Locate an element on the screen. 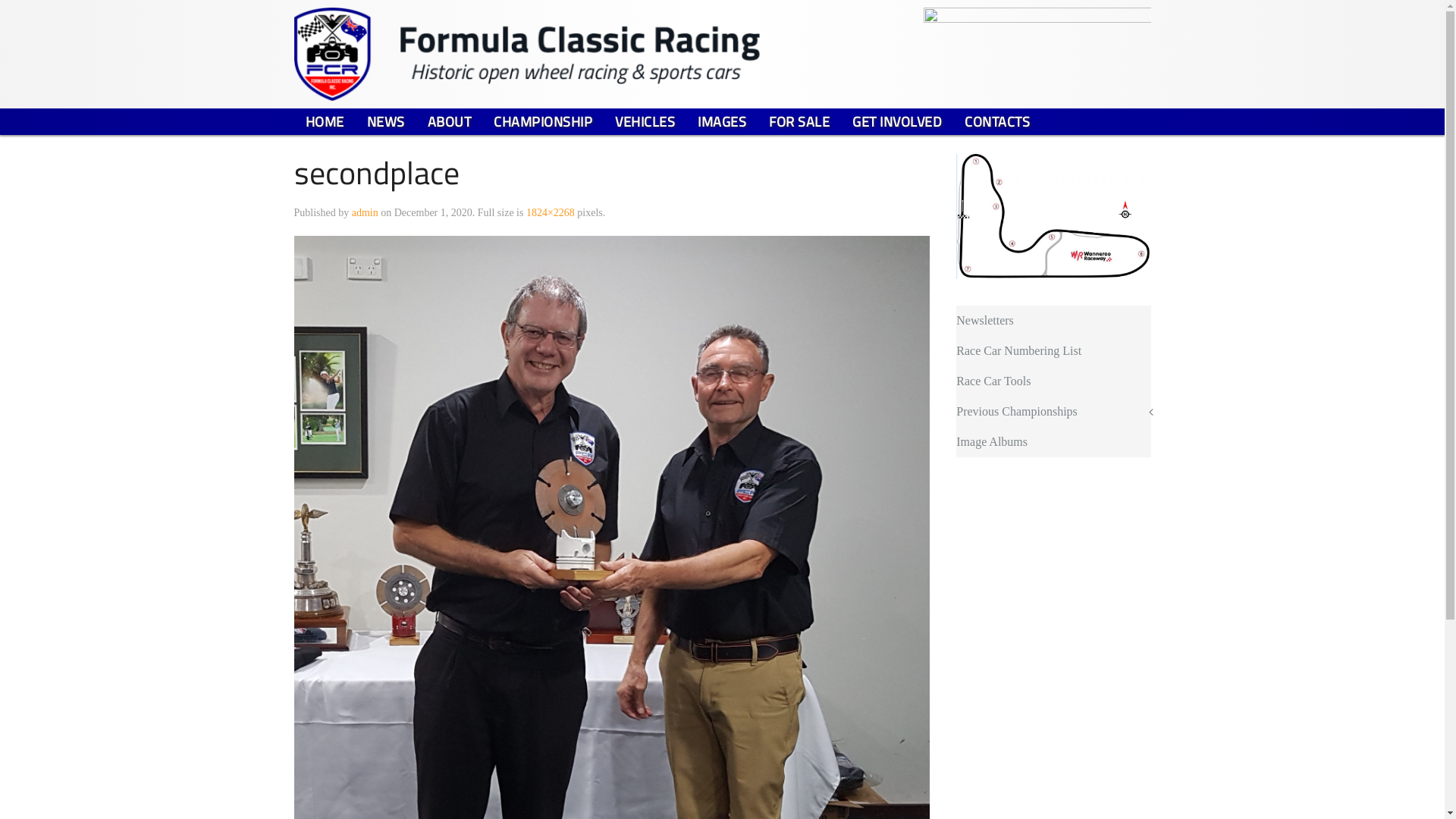 This screenshot has width=1456, height=819. 'ABOUT' is located at coordinates (447, 121).